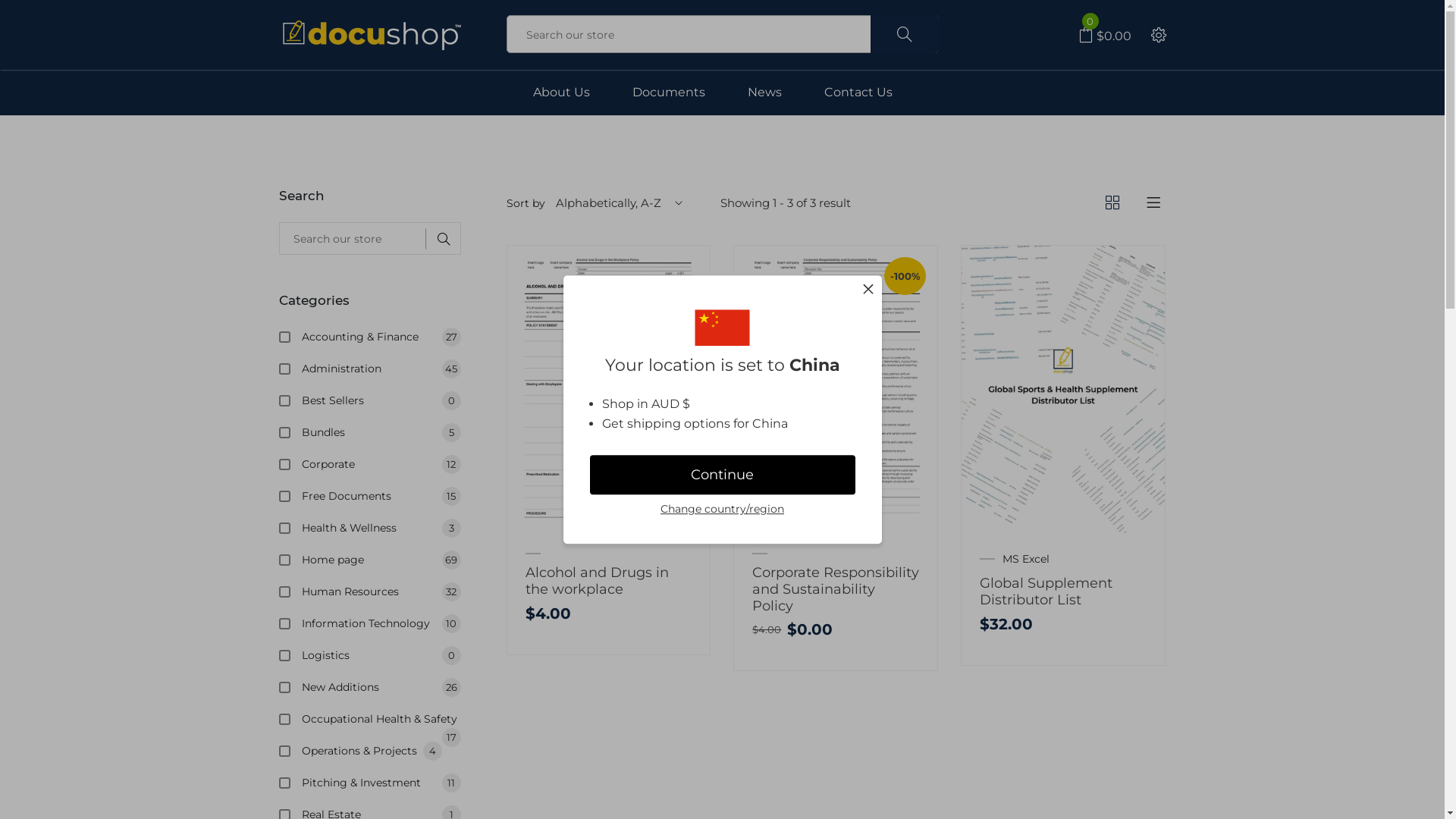 This screenshot has height=819, width=1456. I want to click on 'Human Resources, so click(381, 590).